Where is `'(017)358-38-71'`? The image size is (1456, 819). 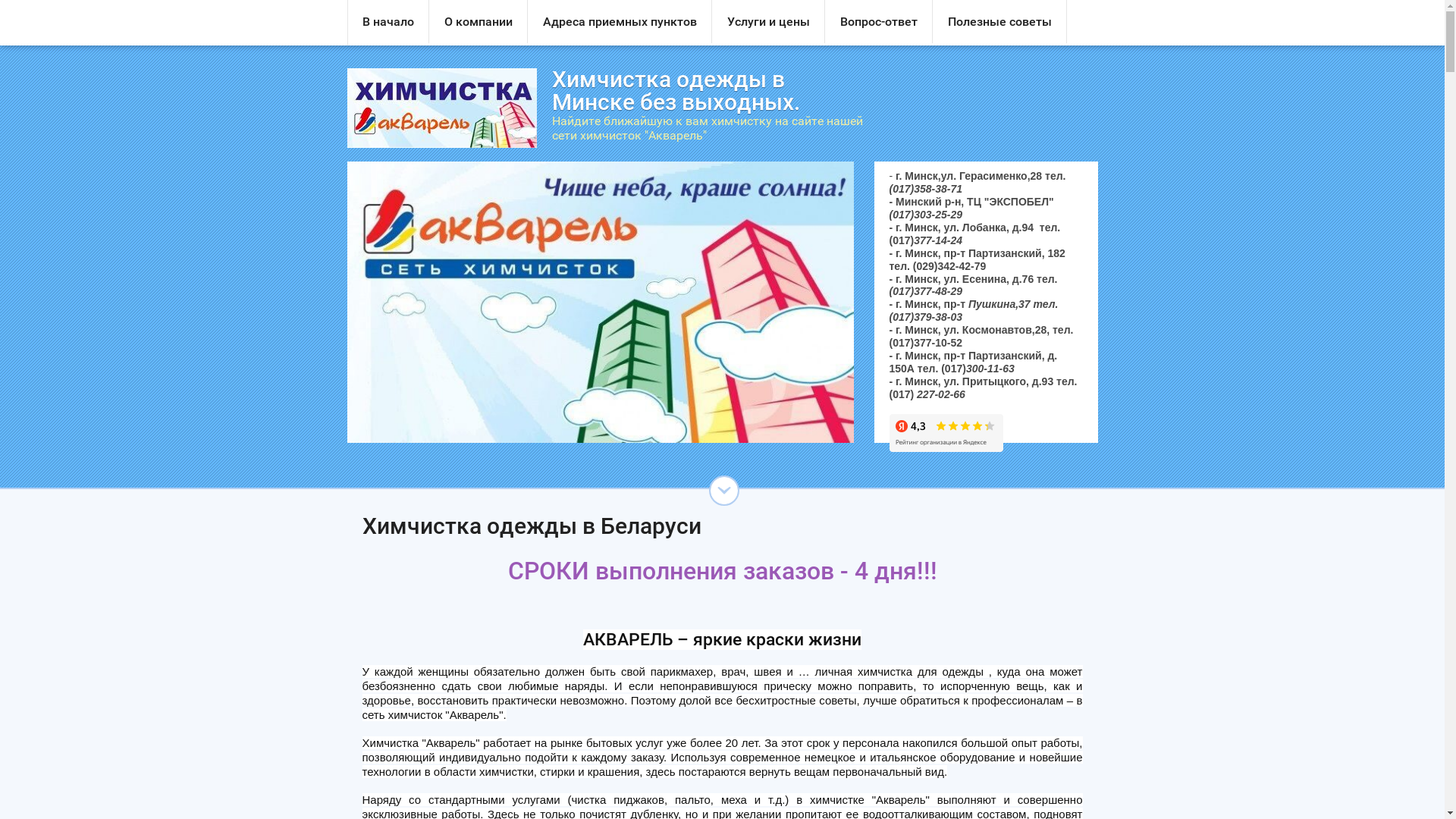
'(017)358-38-71' is located at coordinates (924, 188).